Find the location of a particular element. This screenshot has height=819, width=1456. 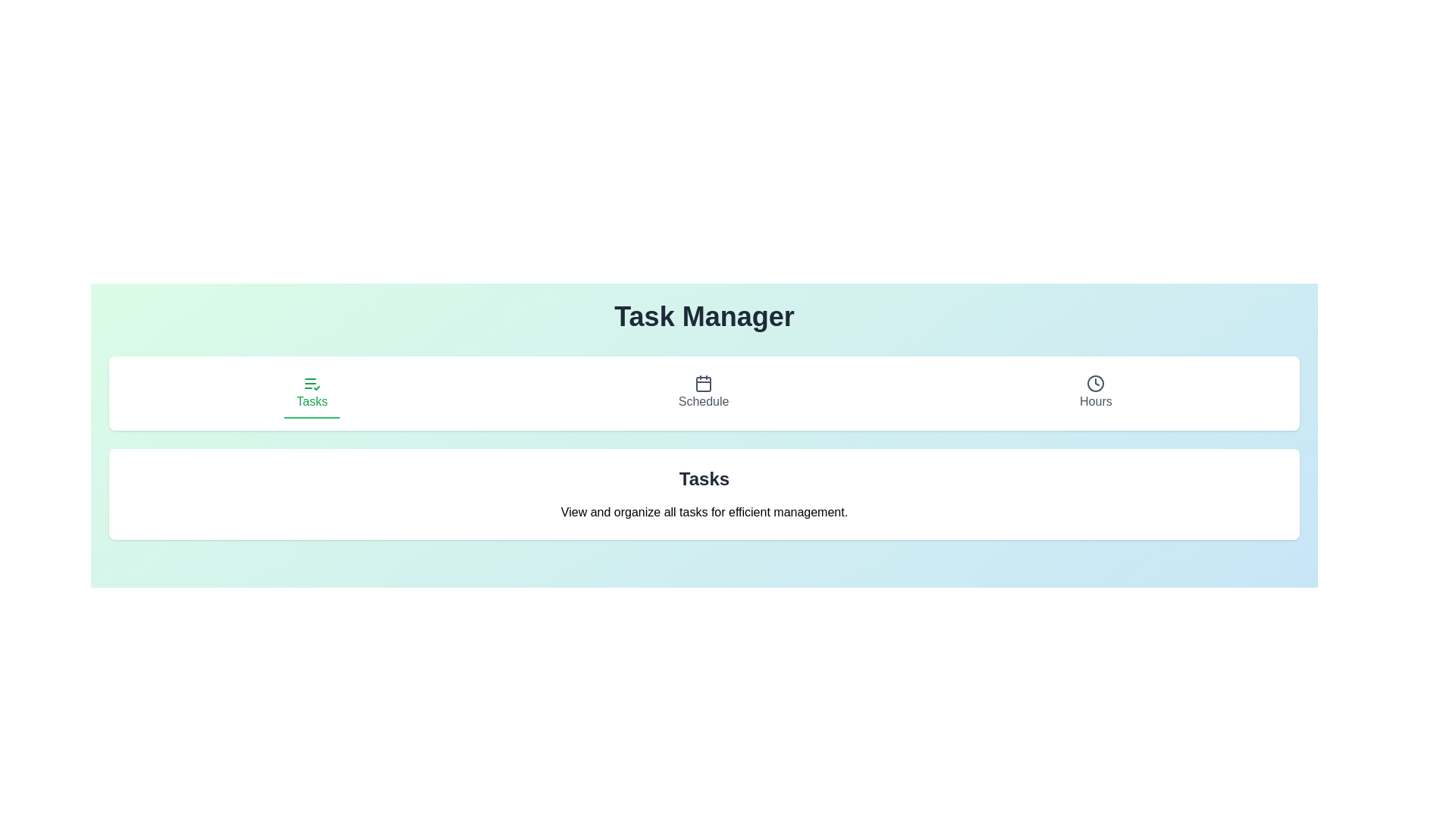

the leftmost button is located at coordinates (311, 393).